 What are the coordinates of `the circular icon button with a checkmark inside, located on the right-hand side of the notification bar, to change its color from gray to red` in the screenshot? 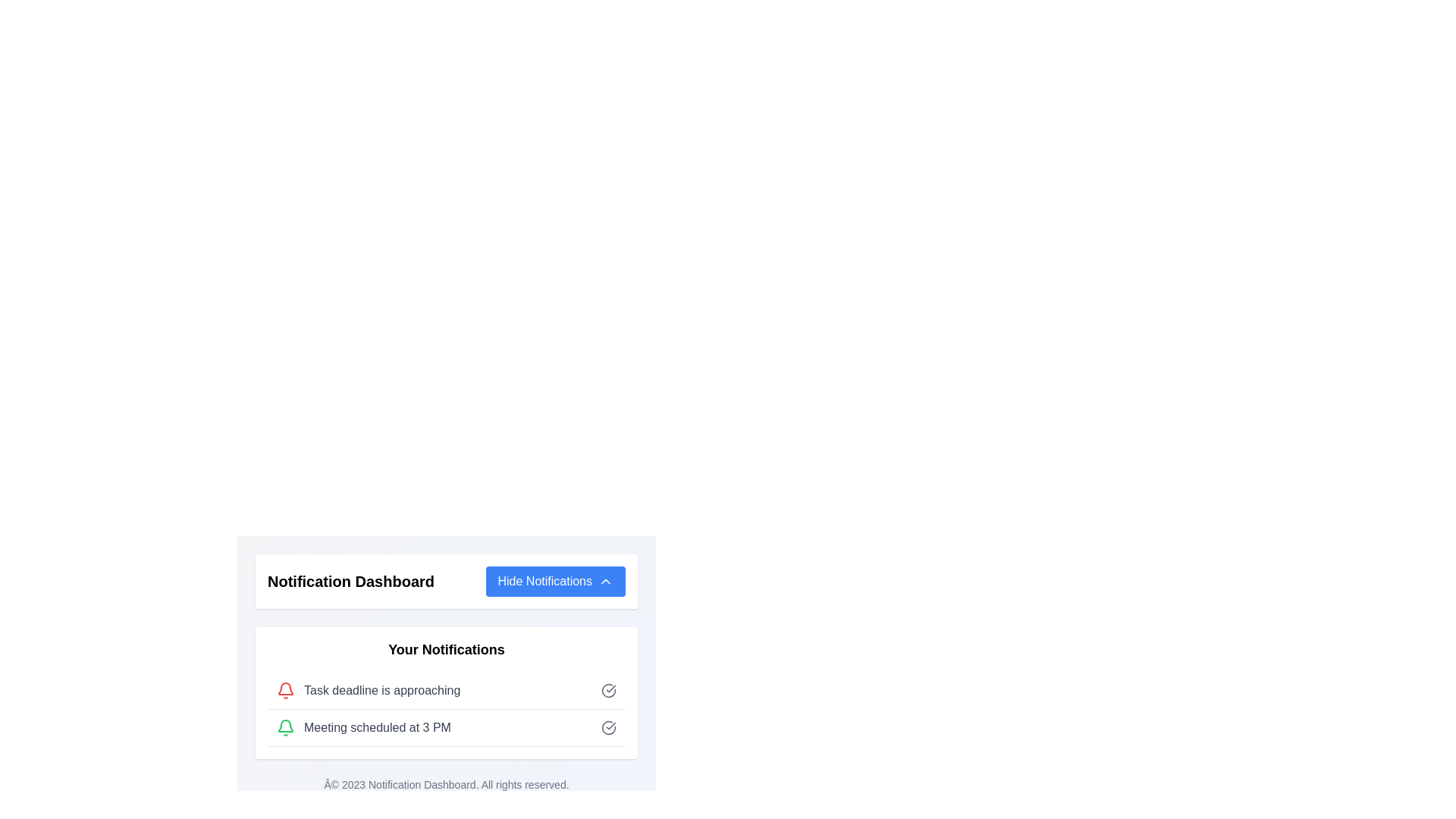 It's located at (608, 727).